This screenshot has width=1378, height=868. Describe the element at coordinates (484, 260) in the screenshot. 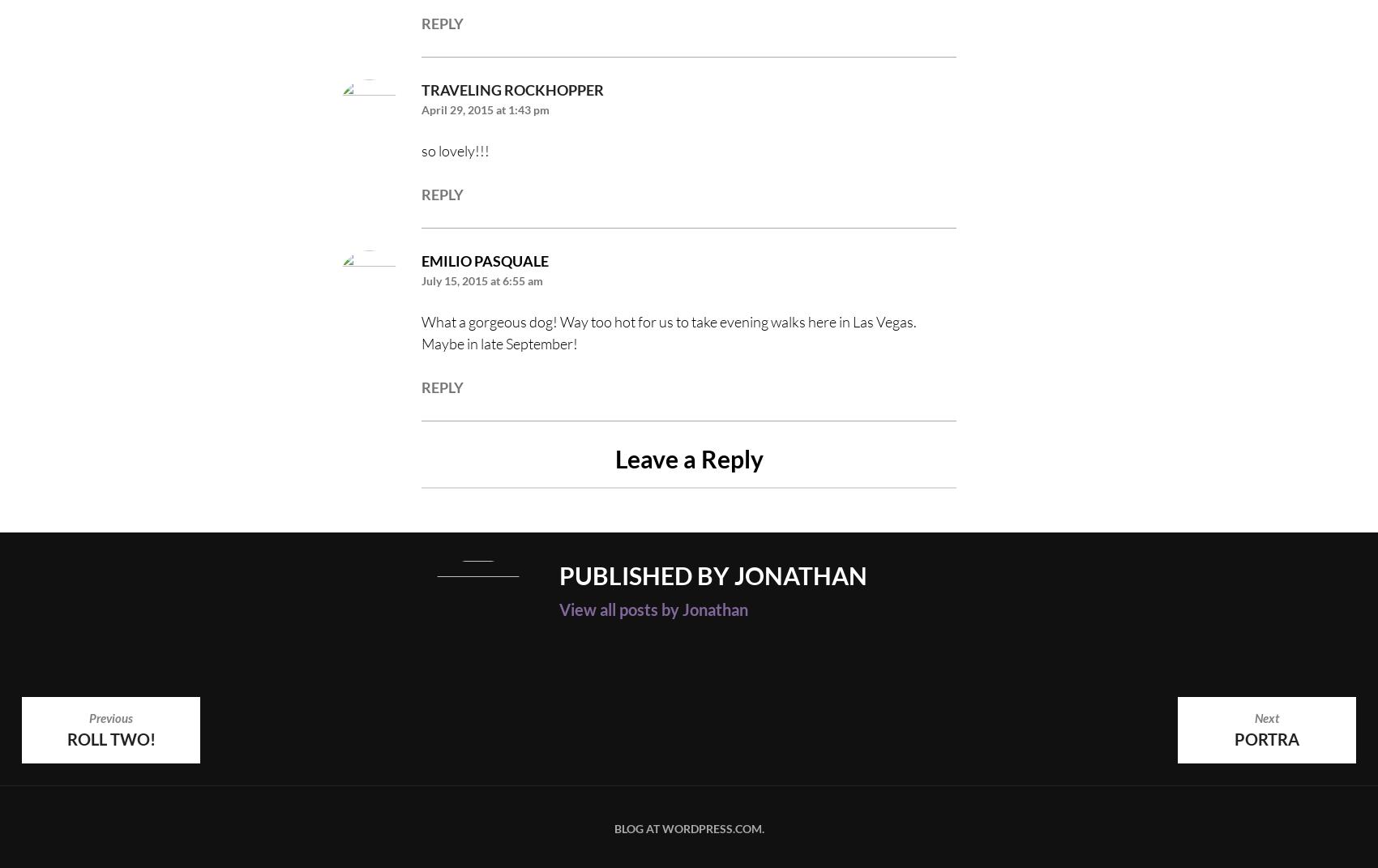

I see `'Emilio Pasquale'` at that location.